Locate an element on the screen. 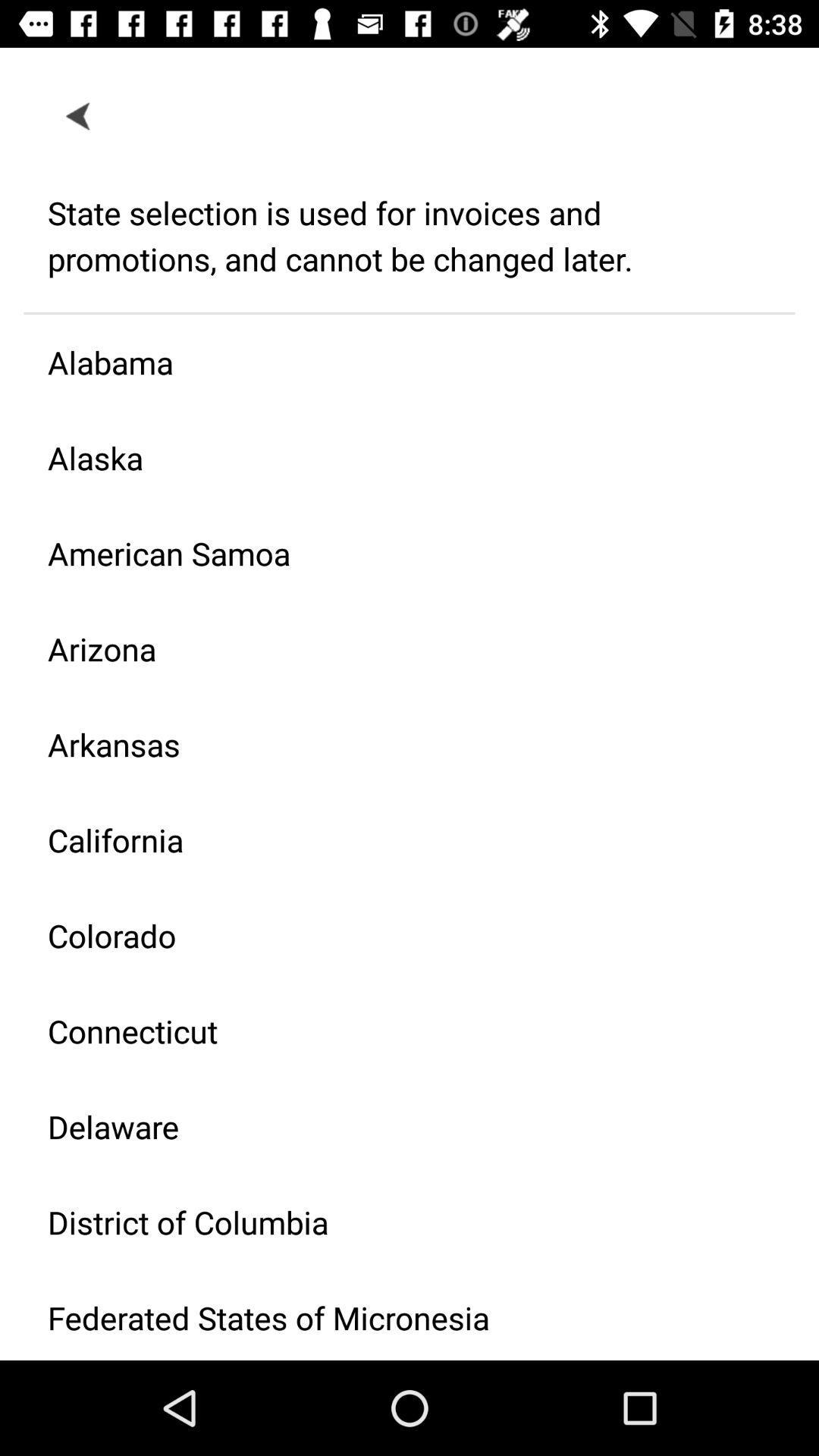 This screenshot has width=819, height=1456. item below the arkansas icon is located at coordinates (397, 839).